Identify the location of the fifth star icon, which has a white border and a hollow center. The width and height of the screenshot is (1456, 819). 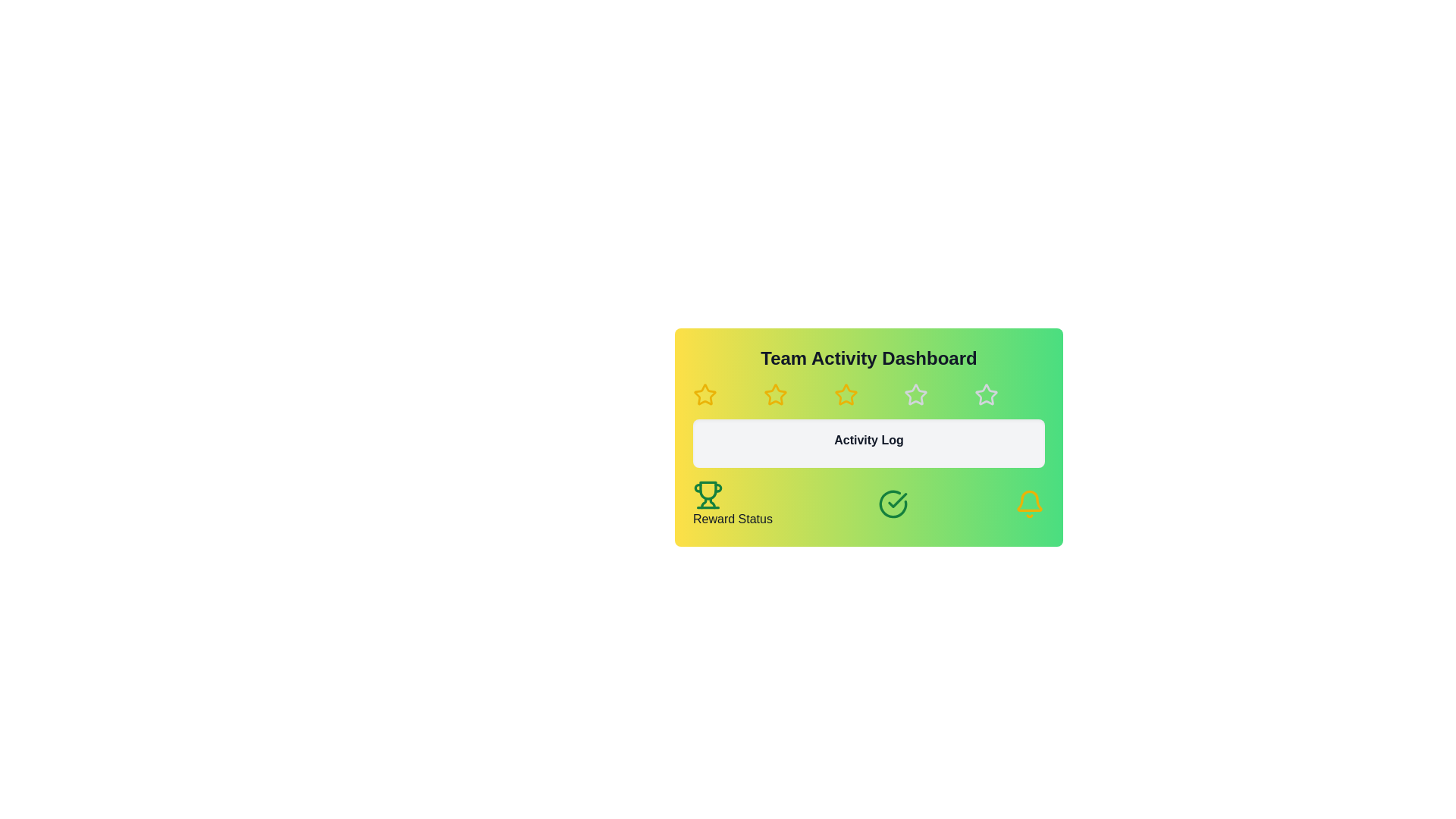
(986, 394).